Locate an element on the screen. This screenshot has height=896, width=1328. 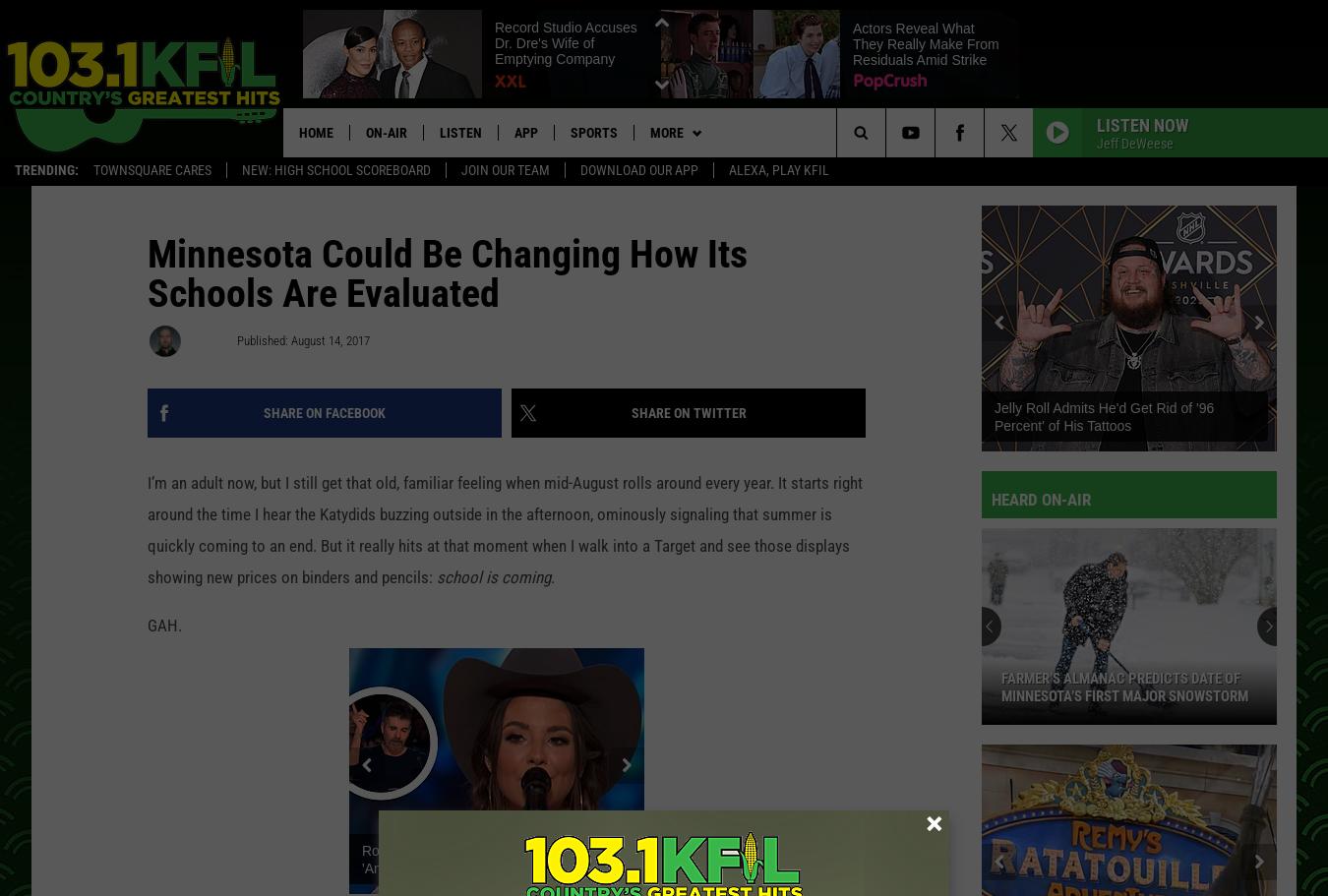
'Minnesota Could Be Changing How Its Schools Are Evaluated' is located at coordinates (446, 276).